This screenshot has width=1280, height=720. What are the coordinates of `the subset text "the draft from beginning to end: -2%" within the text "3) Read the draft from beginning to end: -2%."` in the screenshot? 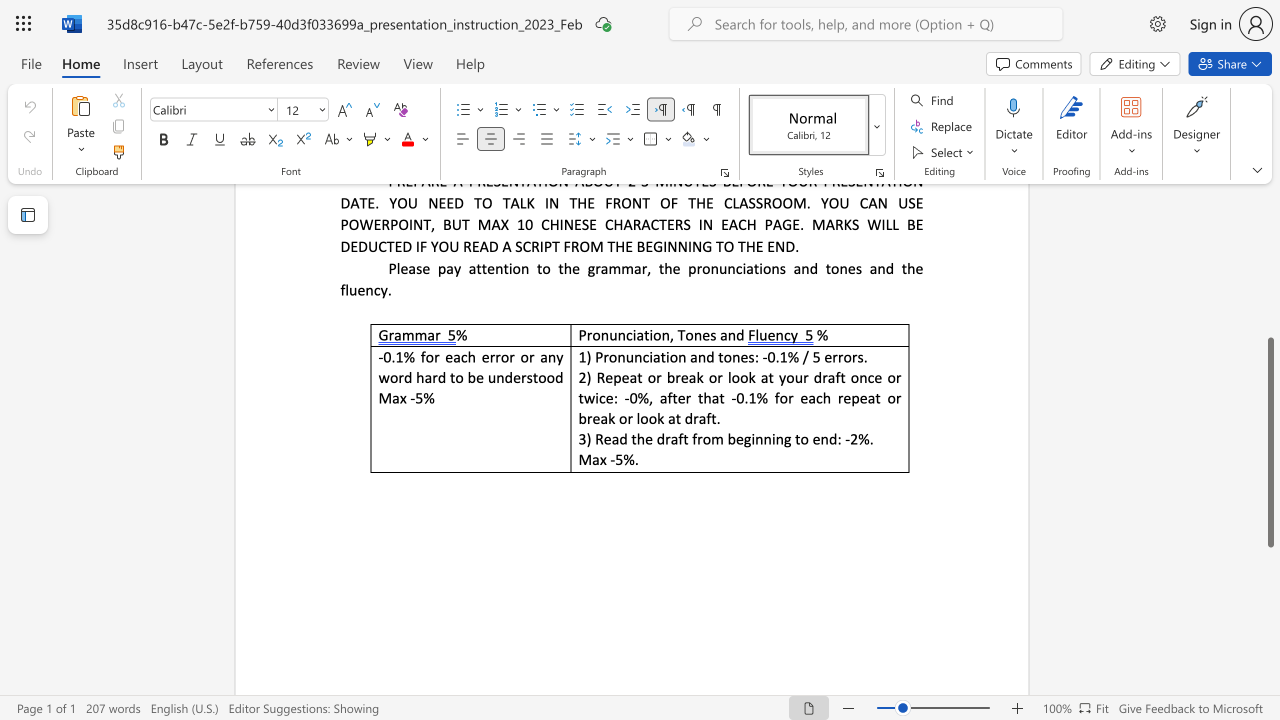 It's located at (630, 438).